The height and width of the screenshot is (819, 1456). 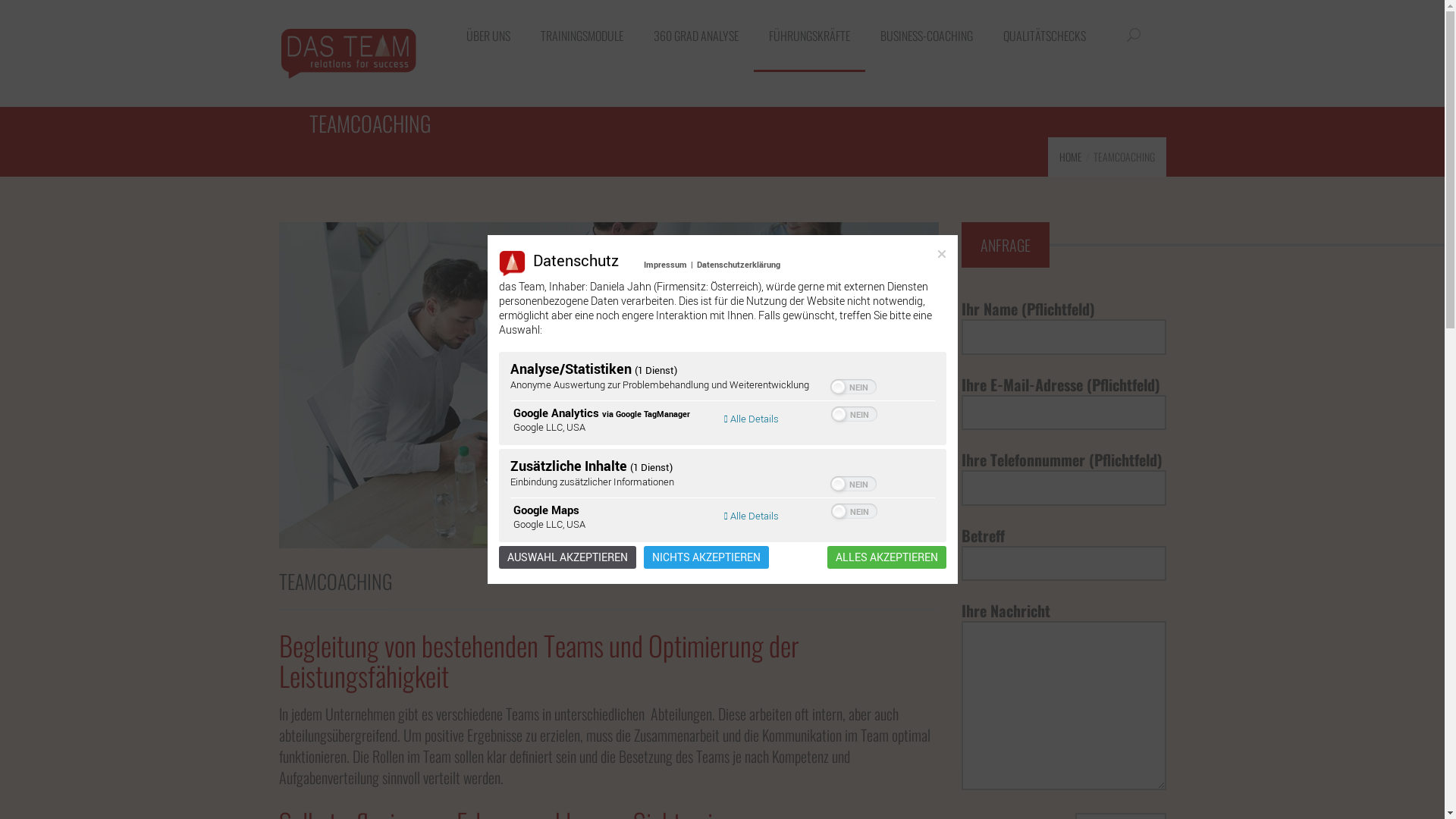 What do you see at coordinates (566, 557) in the screenshot?
I see `'AUSWAHL AKZEPTIEREN'` at bounding box center [566, 557].